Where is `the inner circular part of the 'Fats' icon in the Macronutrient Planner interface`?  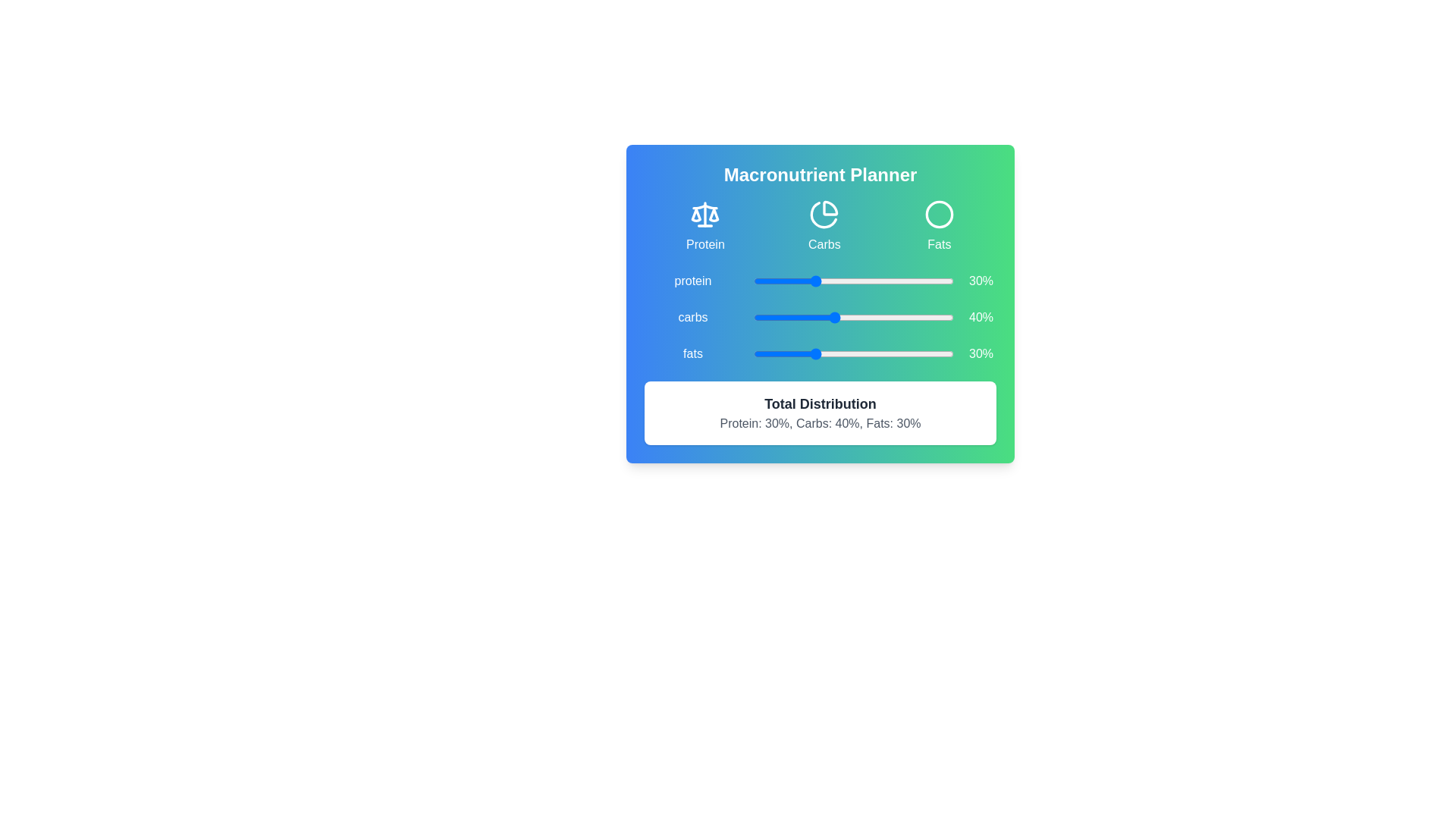 the inner circular part of the 'Fats' icon in the Macronutrient Planner interface is located at coordinates (938, 214).